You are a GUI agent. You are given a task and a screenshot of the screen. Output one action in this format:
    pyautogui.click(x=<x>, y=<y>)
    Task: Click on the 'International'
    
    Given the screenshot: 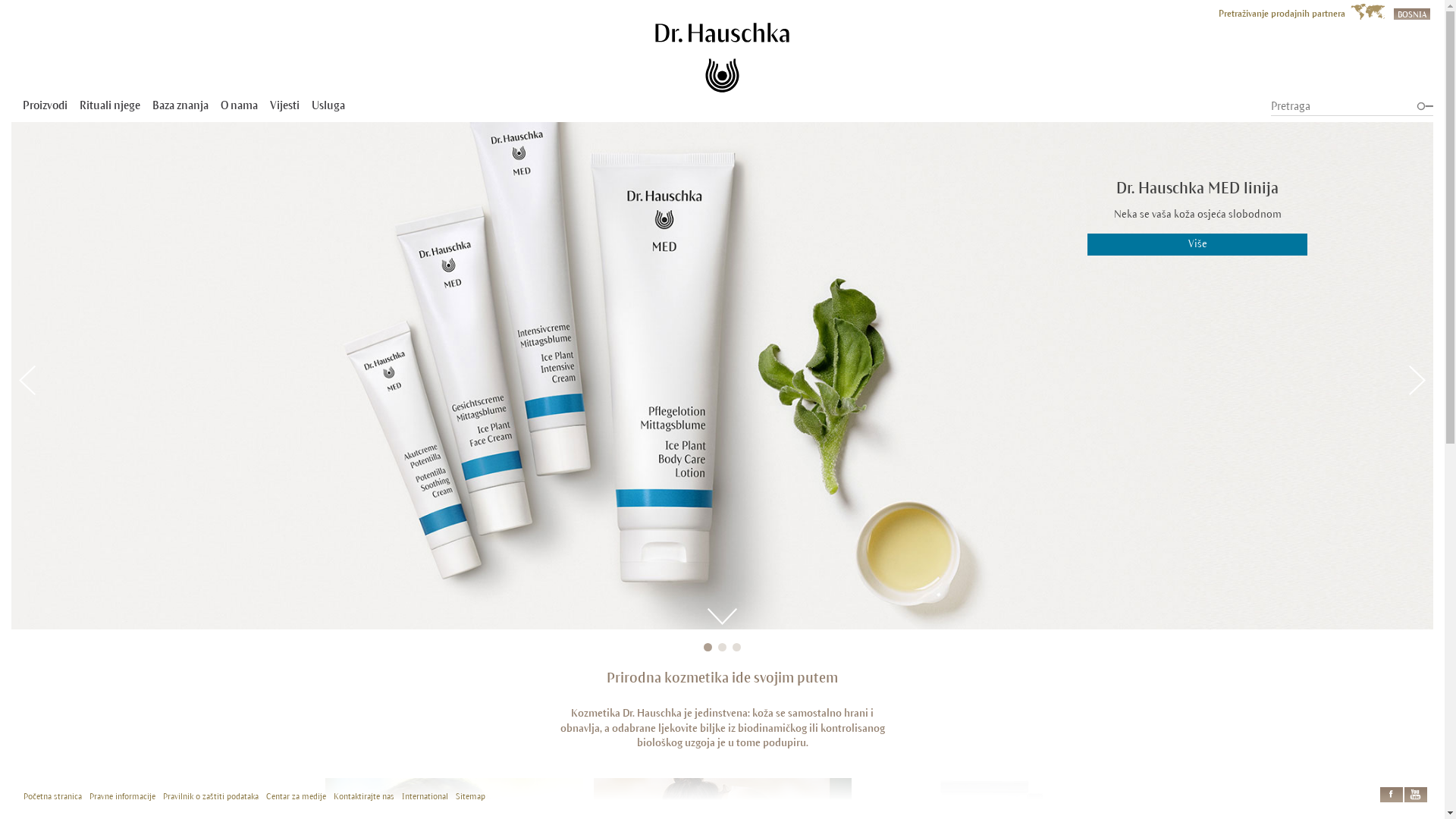 What is the action you would take?
    pyautogui.click(x=425, y=795)
    